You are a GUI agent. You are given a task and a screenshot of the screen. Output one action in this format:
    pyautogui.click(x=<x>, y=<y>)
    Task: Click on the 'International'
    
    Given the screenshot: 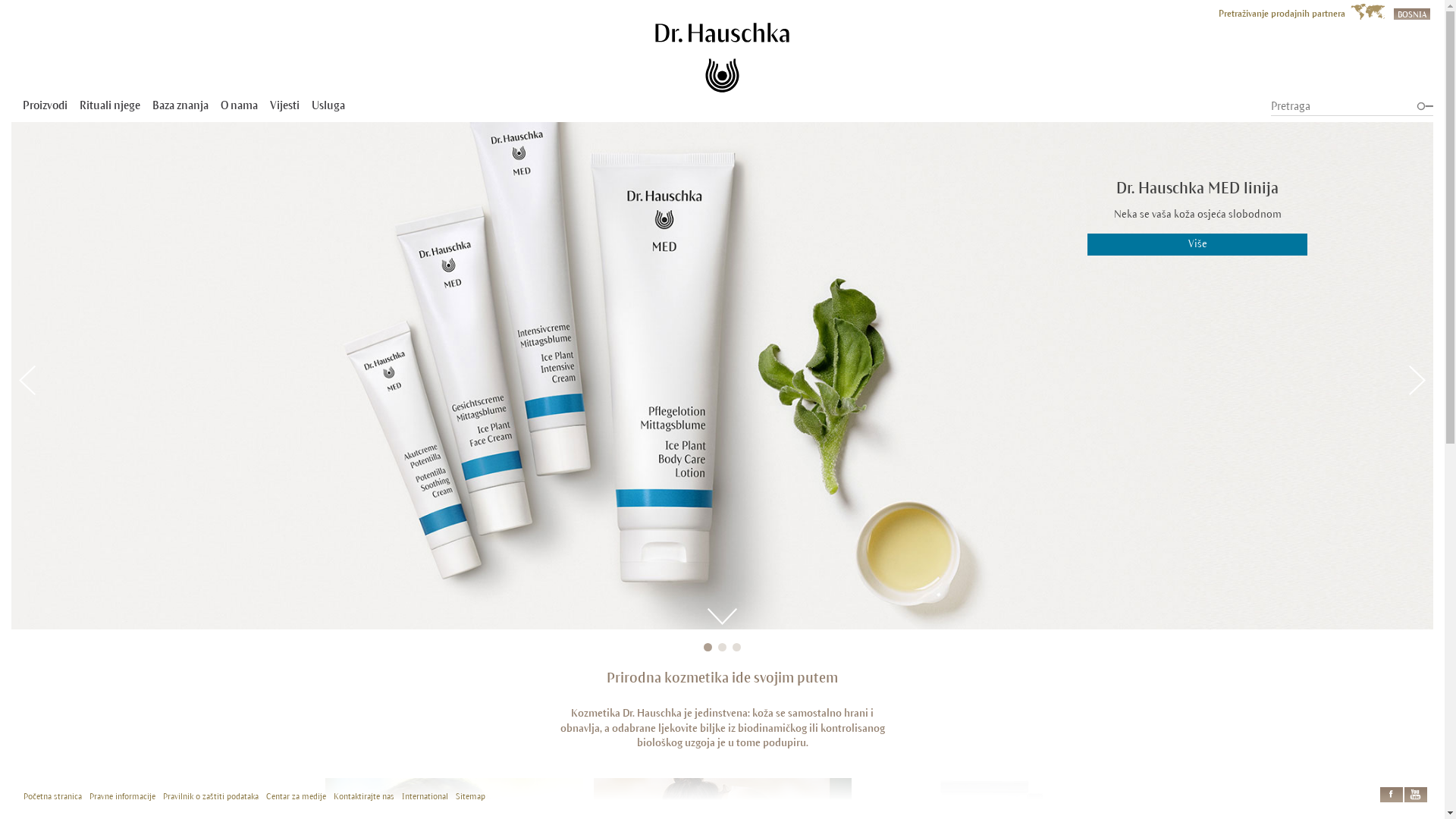 What is the action you would take?
    pyautogui.click(x=425, y=795)
    